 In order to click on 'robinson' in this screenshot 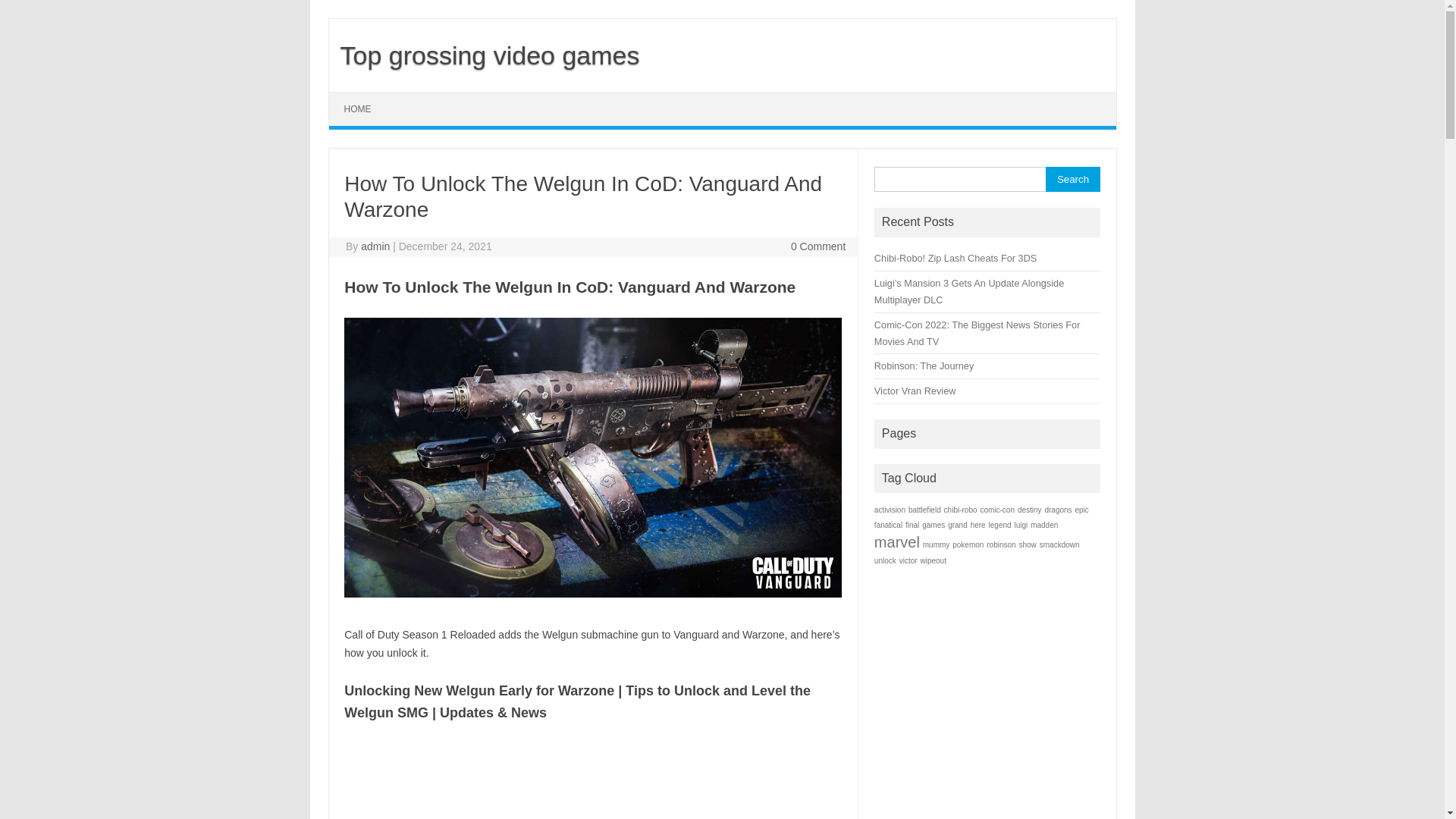, I will do `click(1001, 544)`.